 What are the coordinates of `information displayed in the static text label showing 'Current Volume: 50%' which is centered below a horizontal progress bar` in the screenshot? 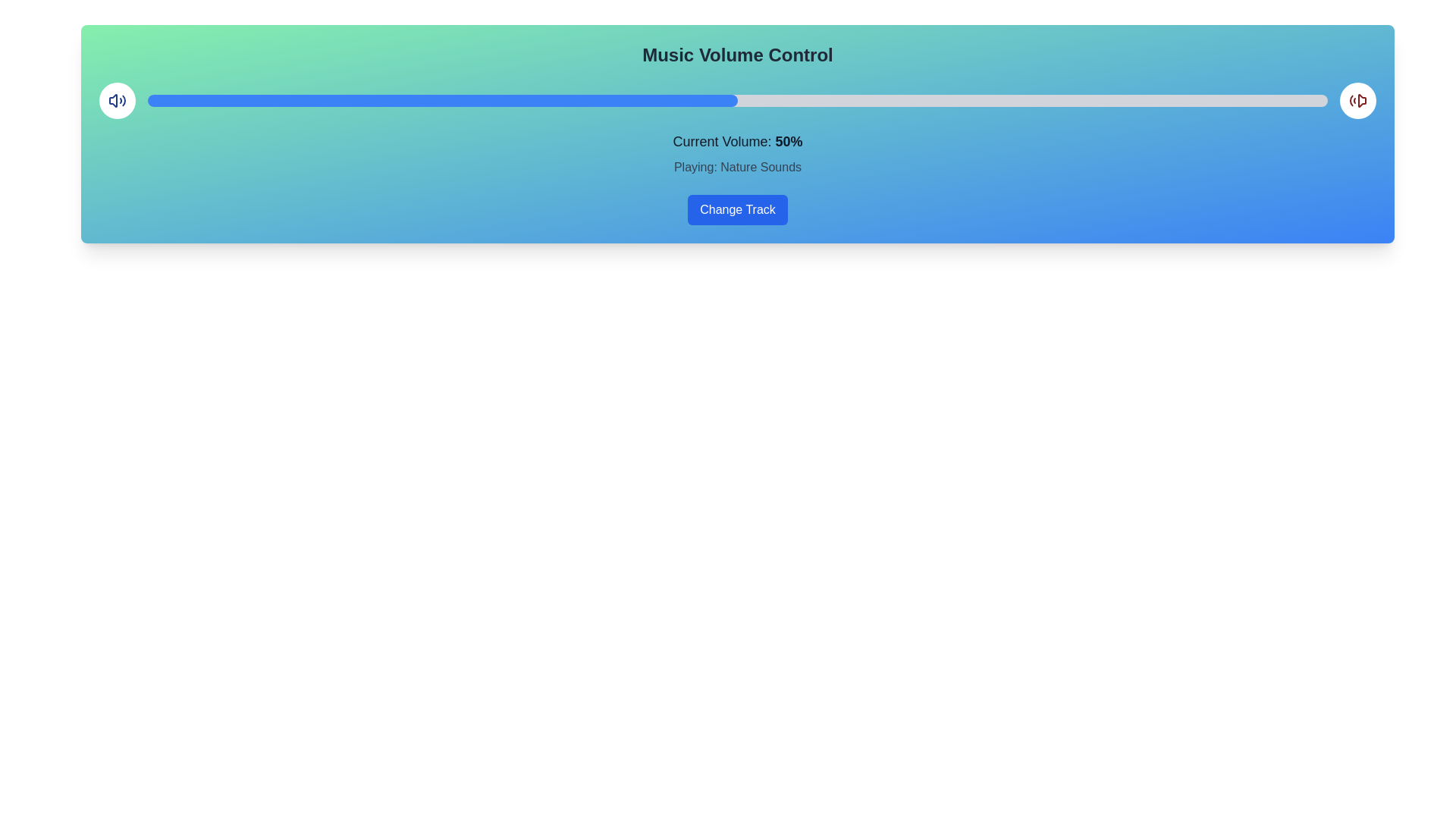 It's located at (738, 141).